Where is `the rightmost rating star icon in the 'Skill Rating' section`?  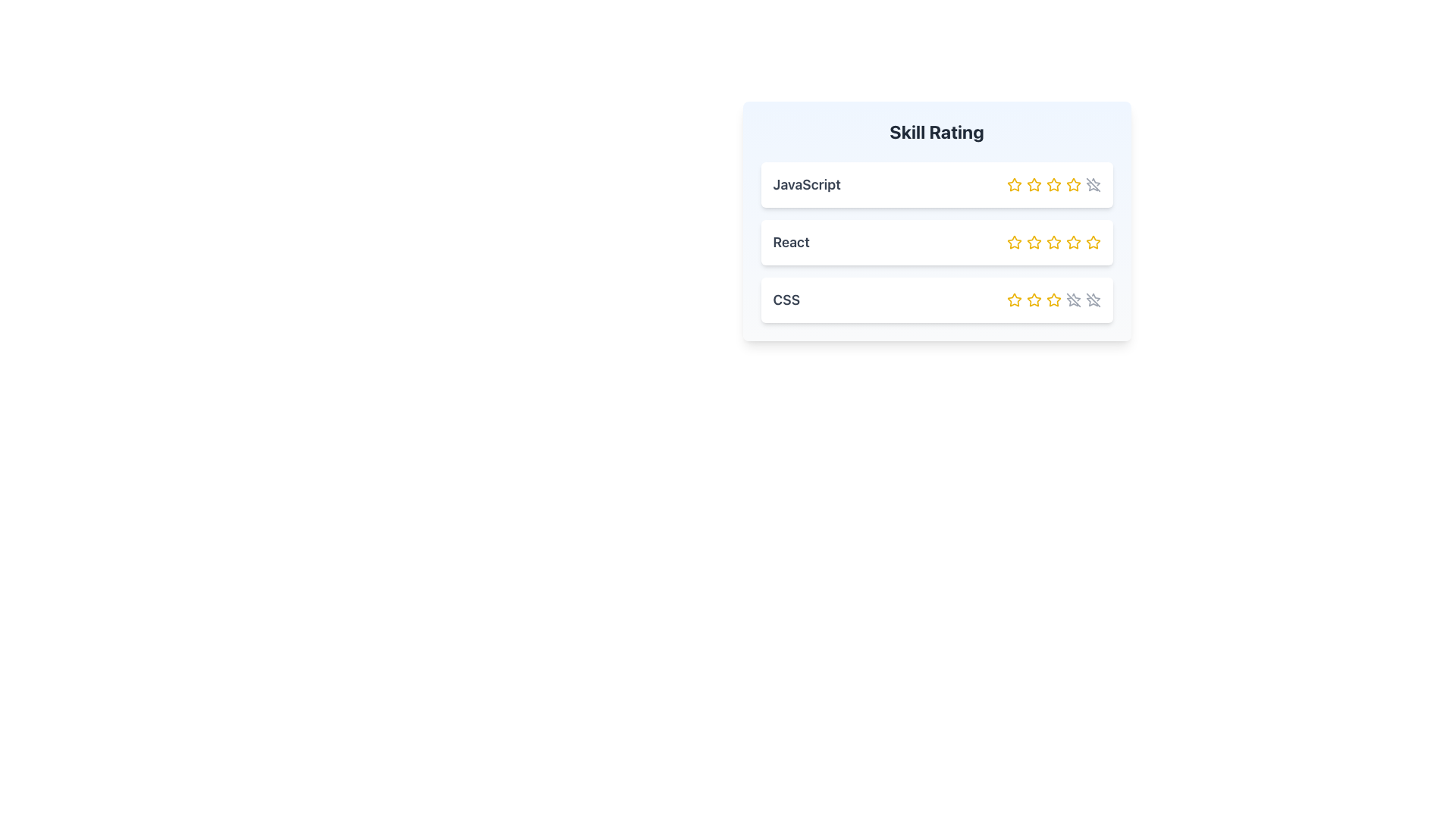
the rightmost rating star icon in the 'Skill Rating' section is located at coordinates (1093, 184).